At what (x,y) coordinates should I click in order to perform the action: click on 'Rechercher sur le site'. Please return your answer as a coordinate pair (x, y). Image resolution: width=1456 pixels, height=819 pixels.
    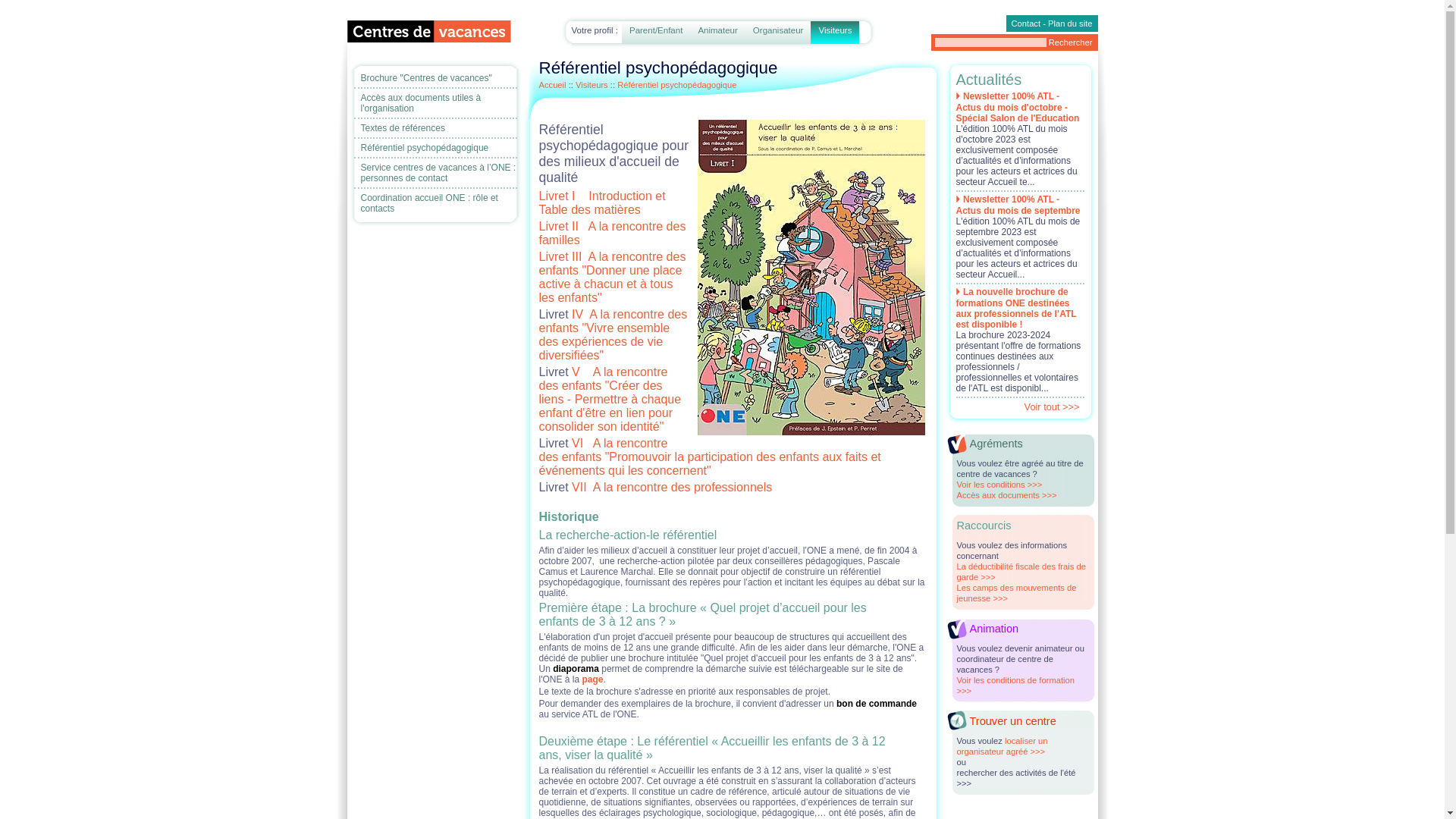
    Looking at the image, I should click on (1014, 42).